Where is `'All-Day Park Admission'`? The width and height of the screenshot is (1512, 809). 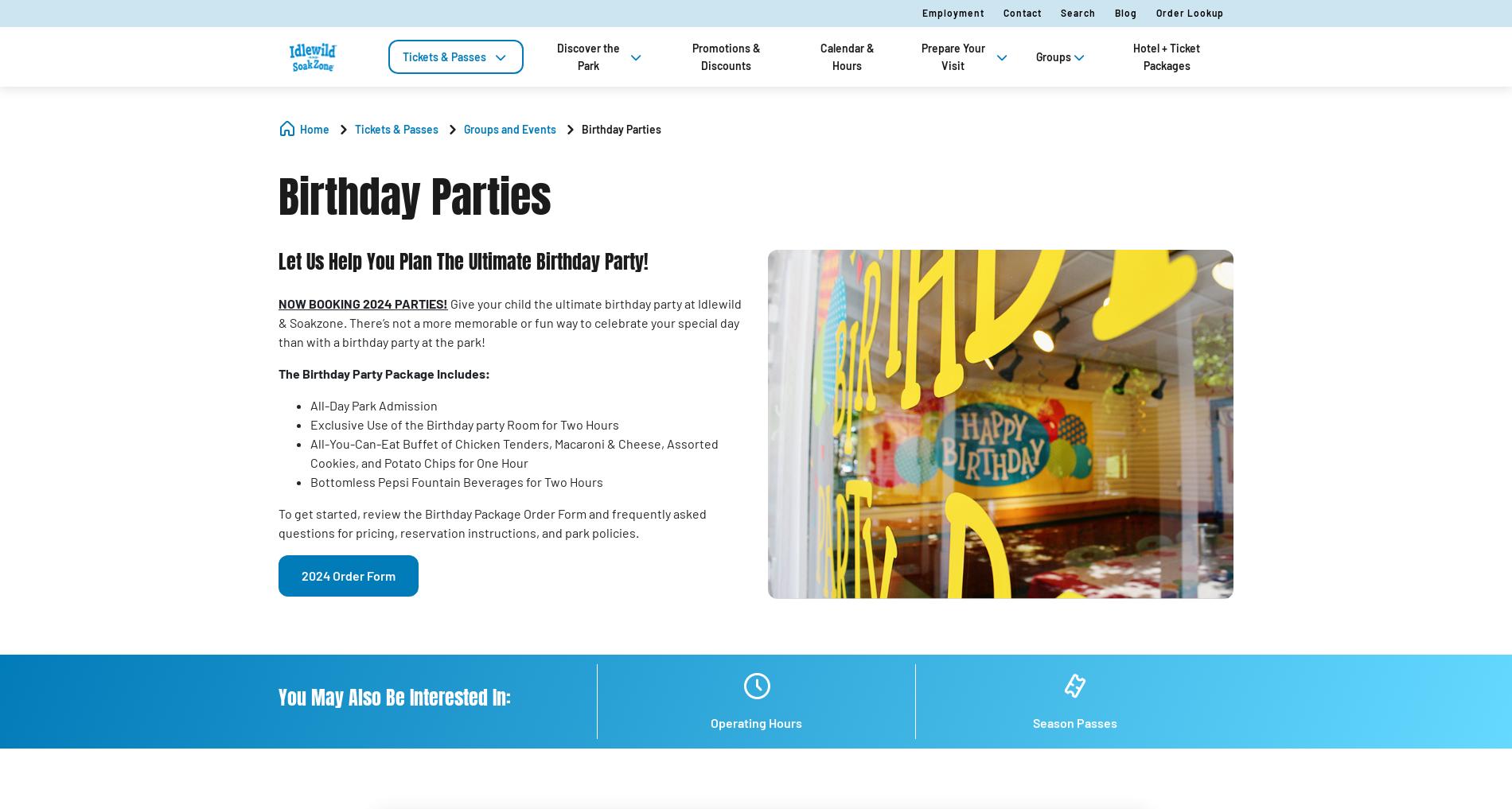
'All-Day Park Admission' is located at coordinates (373, 403).